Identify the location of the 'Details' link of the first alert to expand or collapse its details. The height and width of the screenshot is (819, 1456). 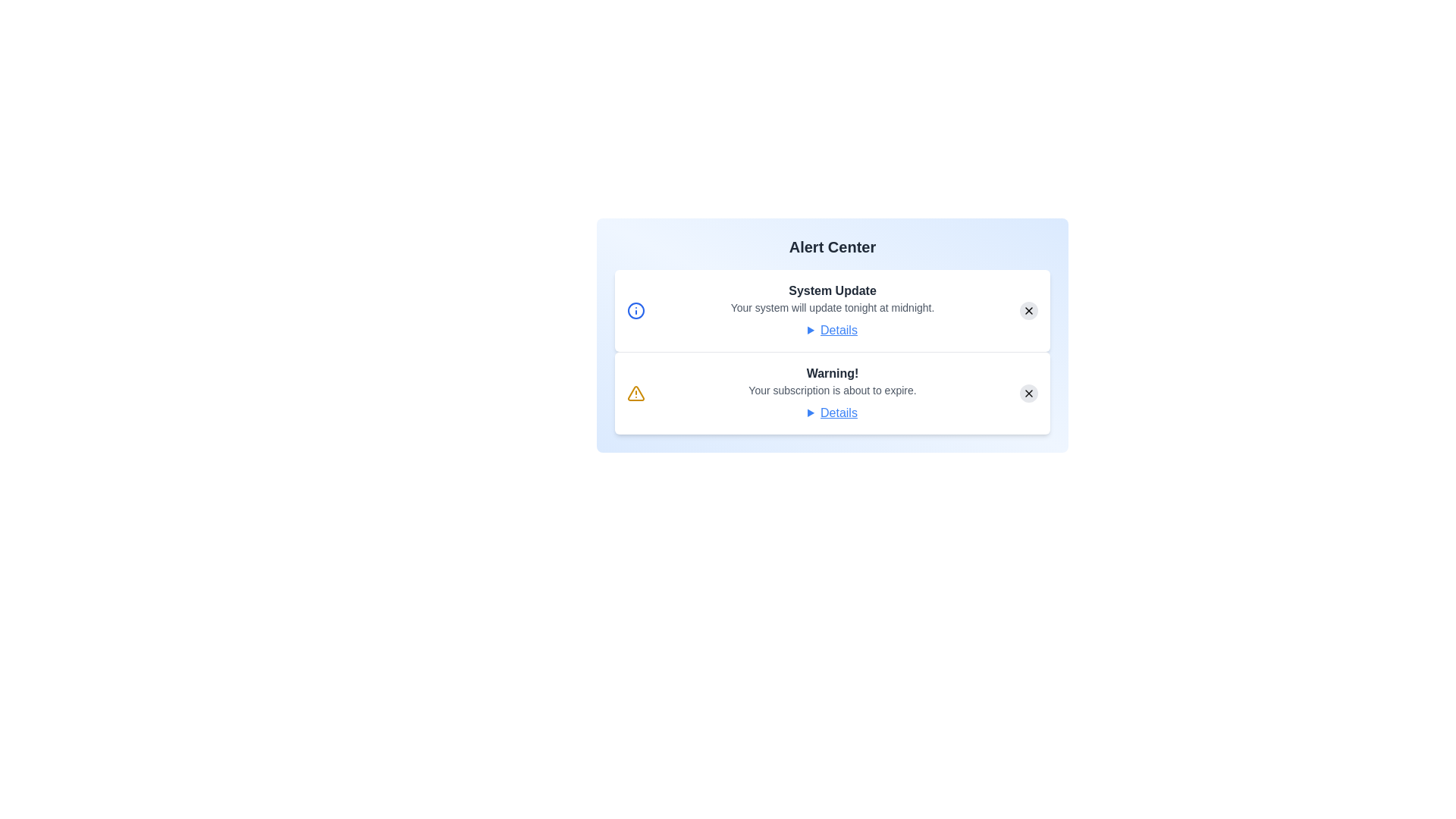
(832, 329).